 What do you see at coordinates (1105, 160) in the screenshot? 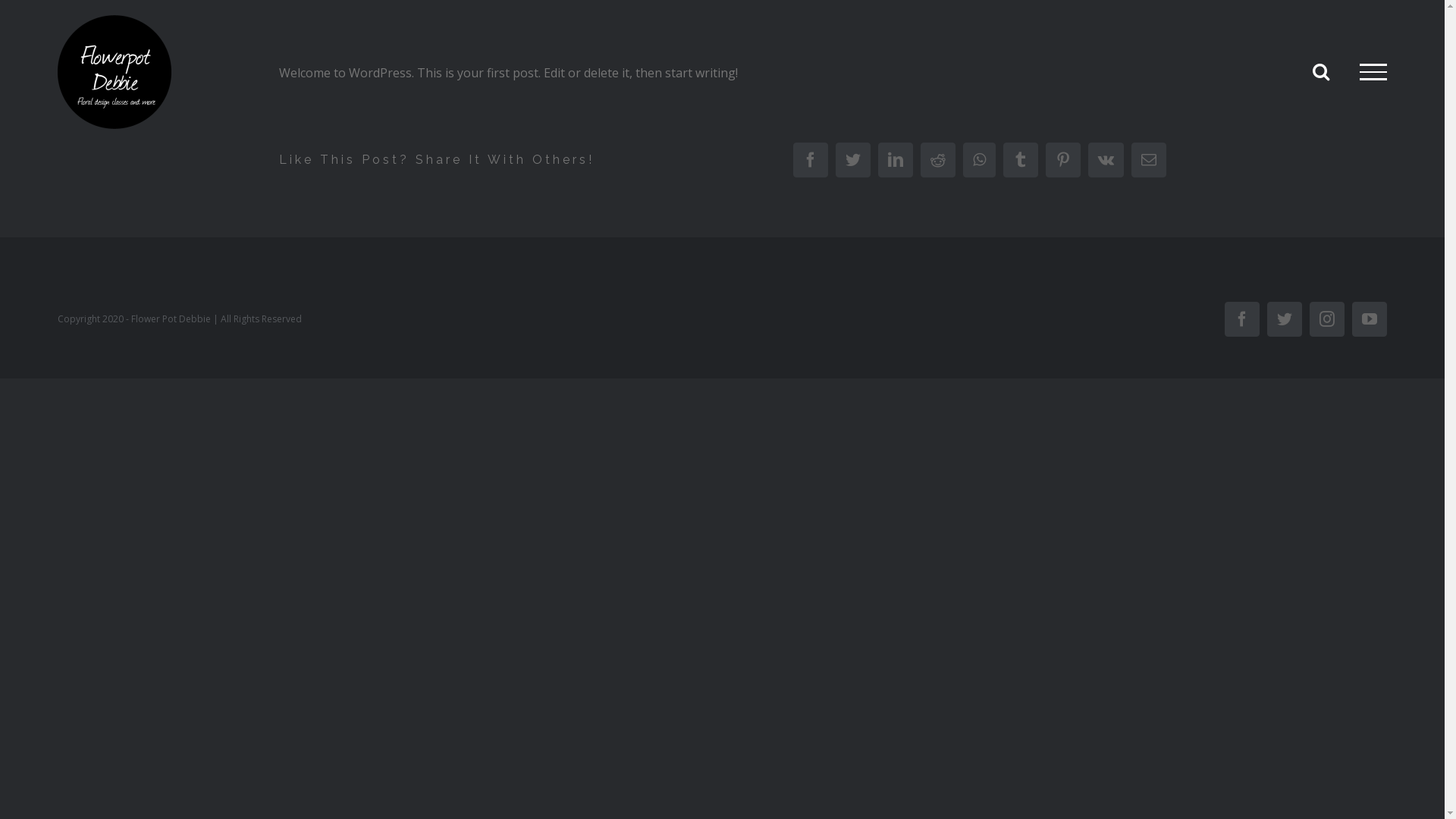
I see `'vk'` at bounding box center [1105, 160].